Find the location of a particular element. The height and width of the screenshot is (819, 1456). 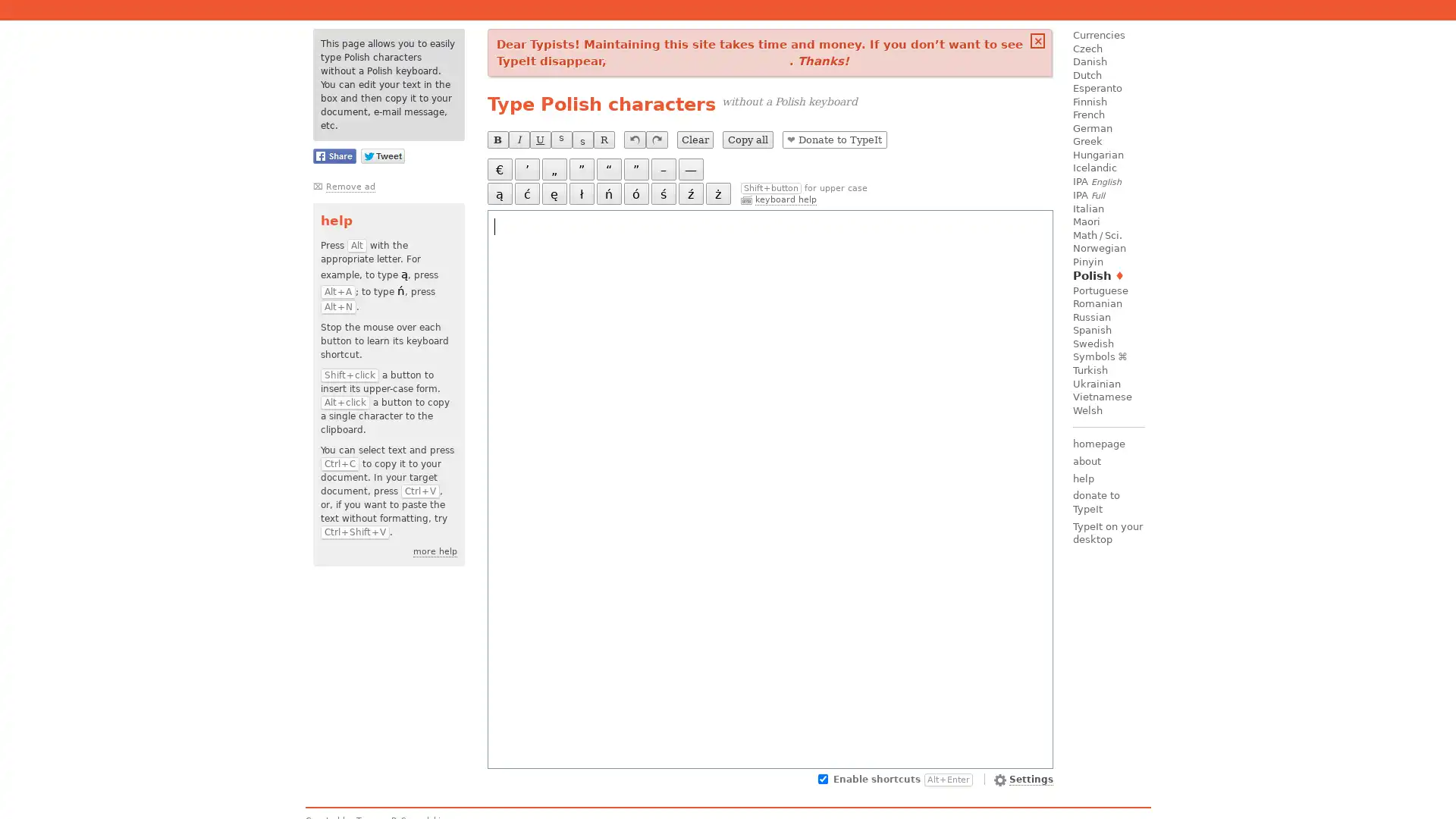

Clear is located at coordinates (694, 140).